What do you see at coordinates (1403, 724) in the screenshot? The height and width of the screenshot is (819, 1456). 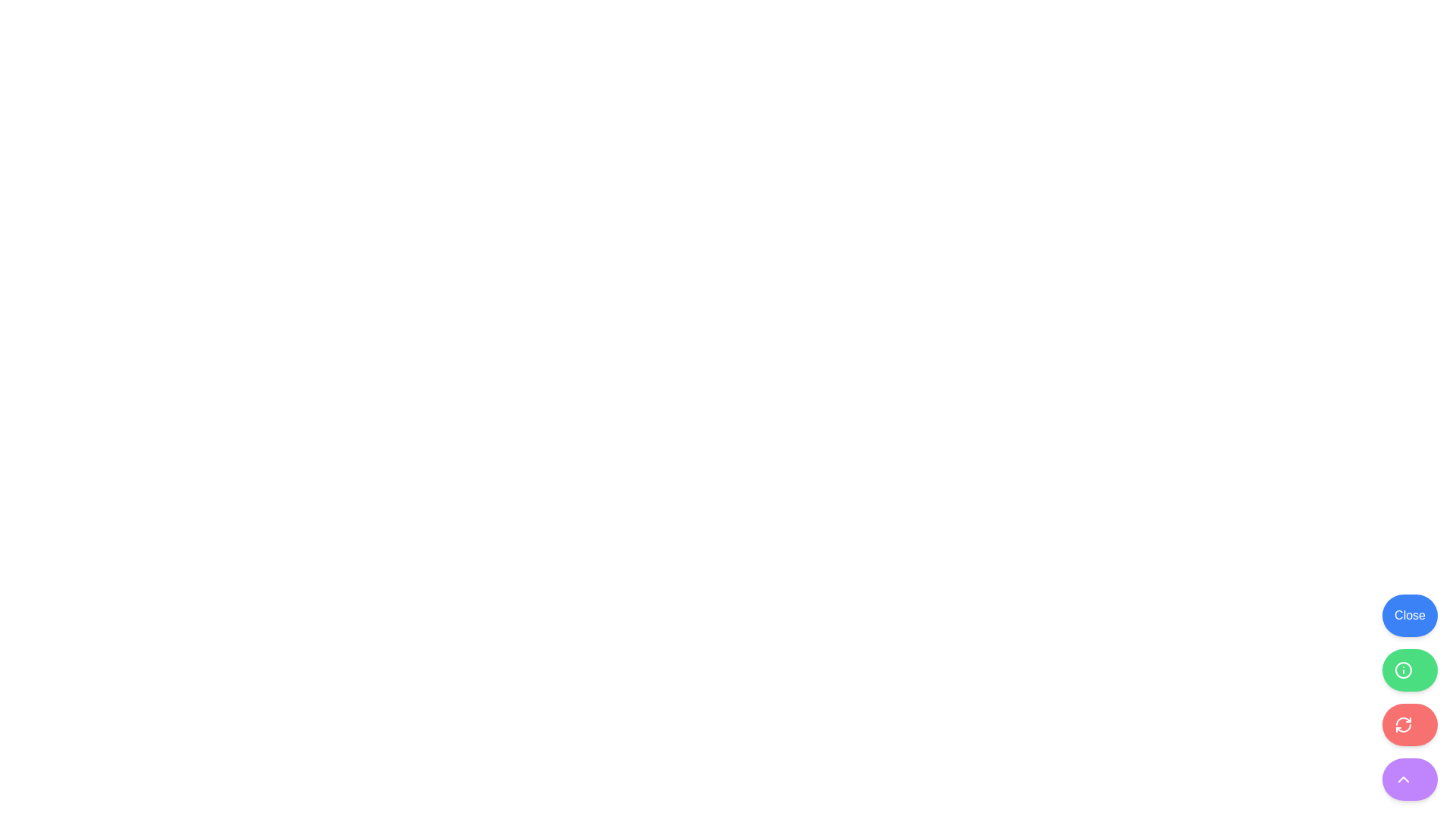 I see `the refresh button with a red background and two circular arrows located in the bottom-right corner of the interface` at bounding box center [1403, 724].